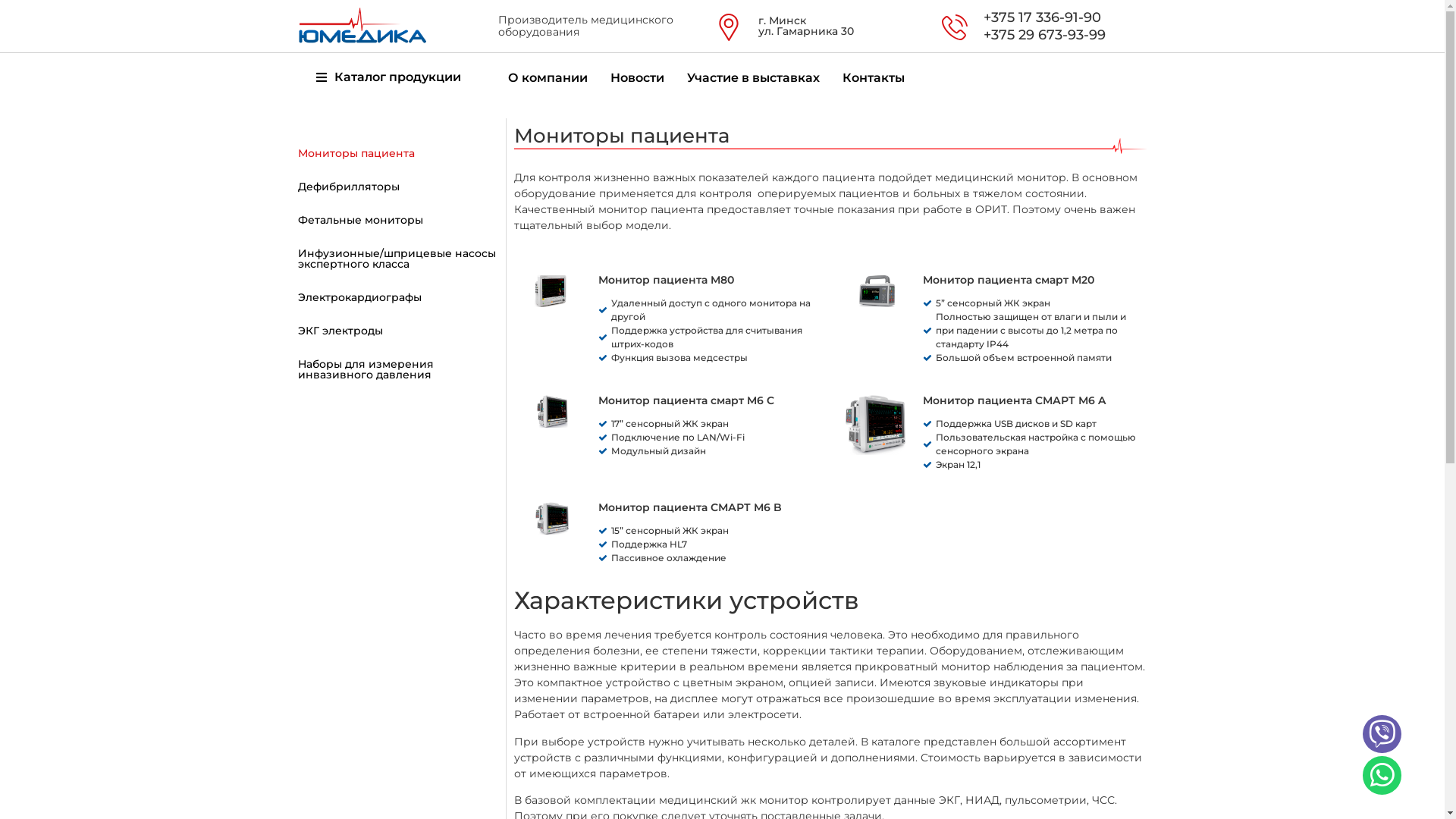 This screenshot has width=1456, height=819. Describe the element at coordinates (983, 34) in the screenshot. I see `'+375 29 673-93-99'` at that location.